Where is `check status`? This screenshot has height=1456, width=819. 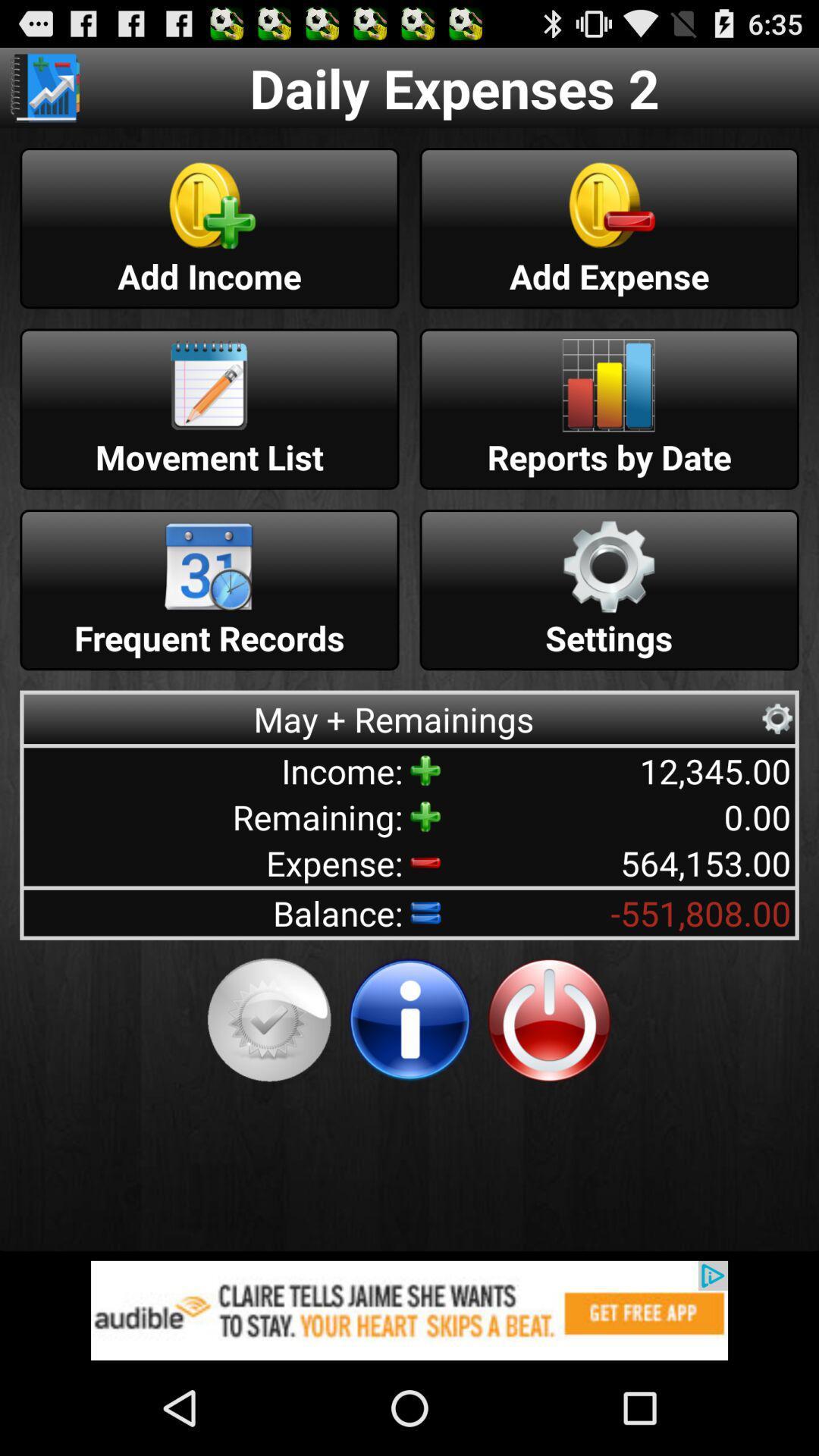 check status is located at coordinates (268, 1020).